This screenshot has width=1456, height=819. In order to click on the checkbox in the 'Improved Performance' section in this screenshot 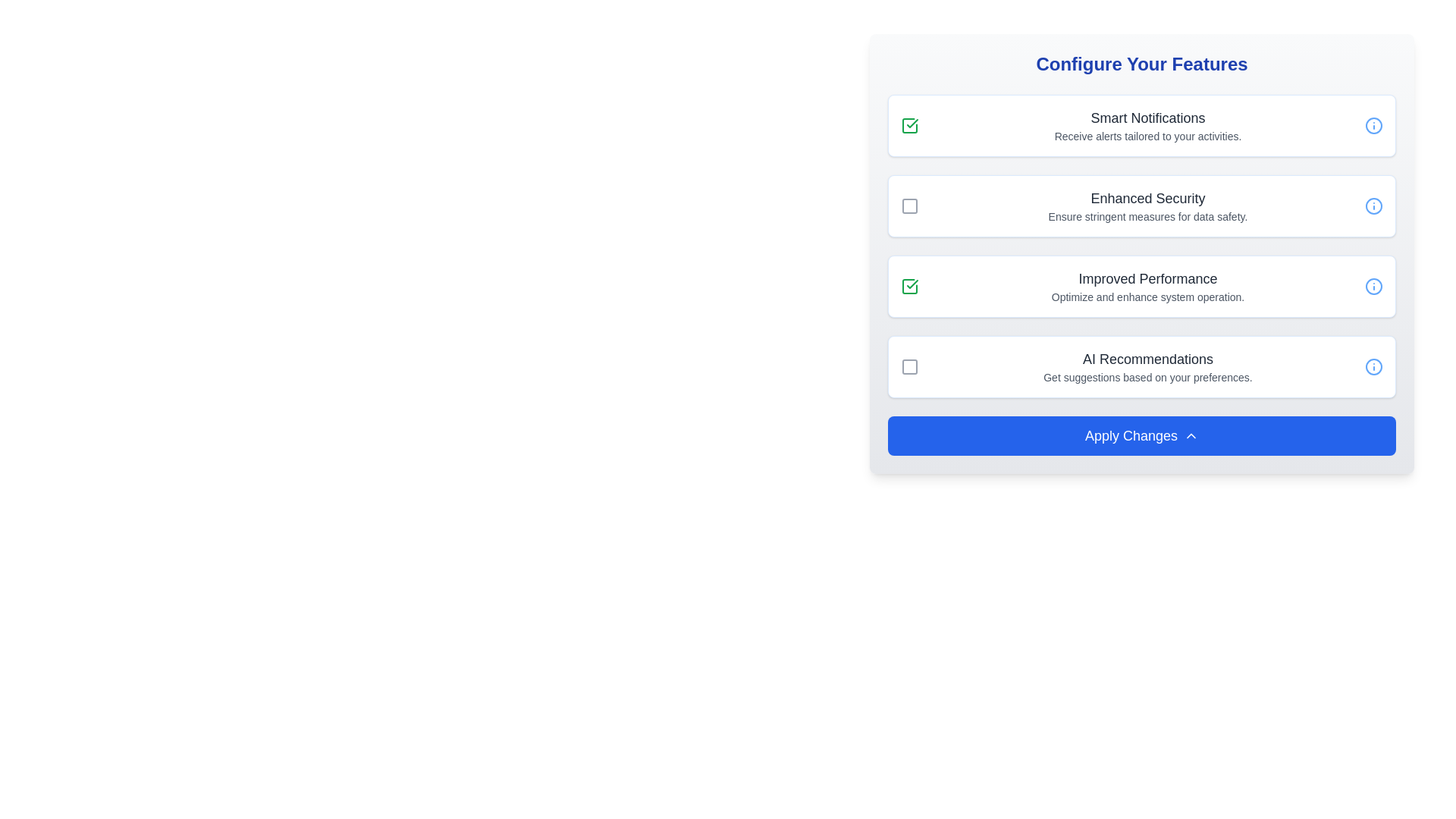, I will do `click(1142, 287)`.